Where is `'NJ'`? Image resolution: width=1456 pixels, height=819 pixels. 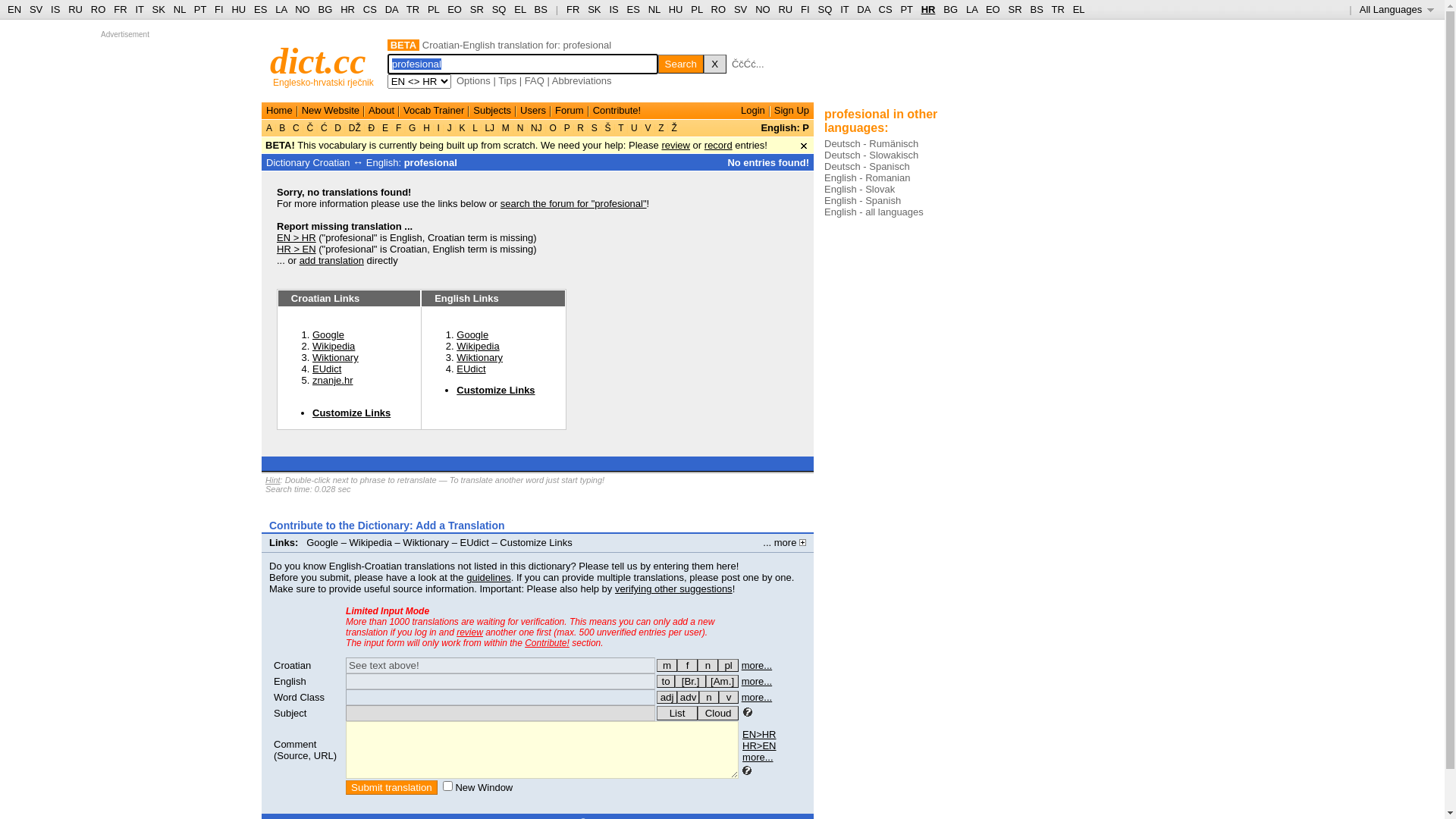
'NJ' is located at coordinates (536, 127).